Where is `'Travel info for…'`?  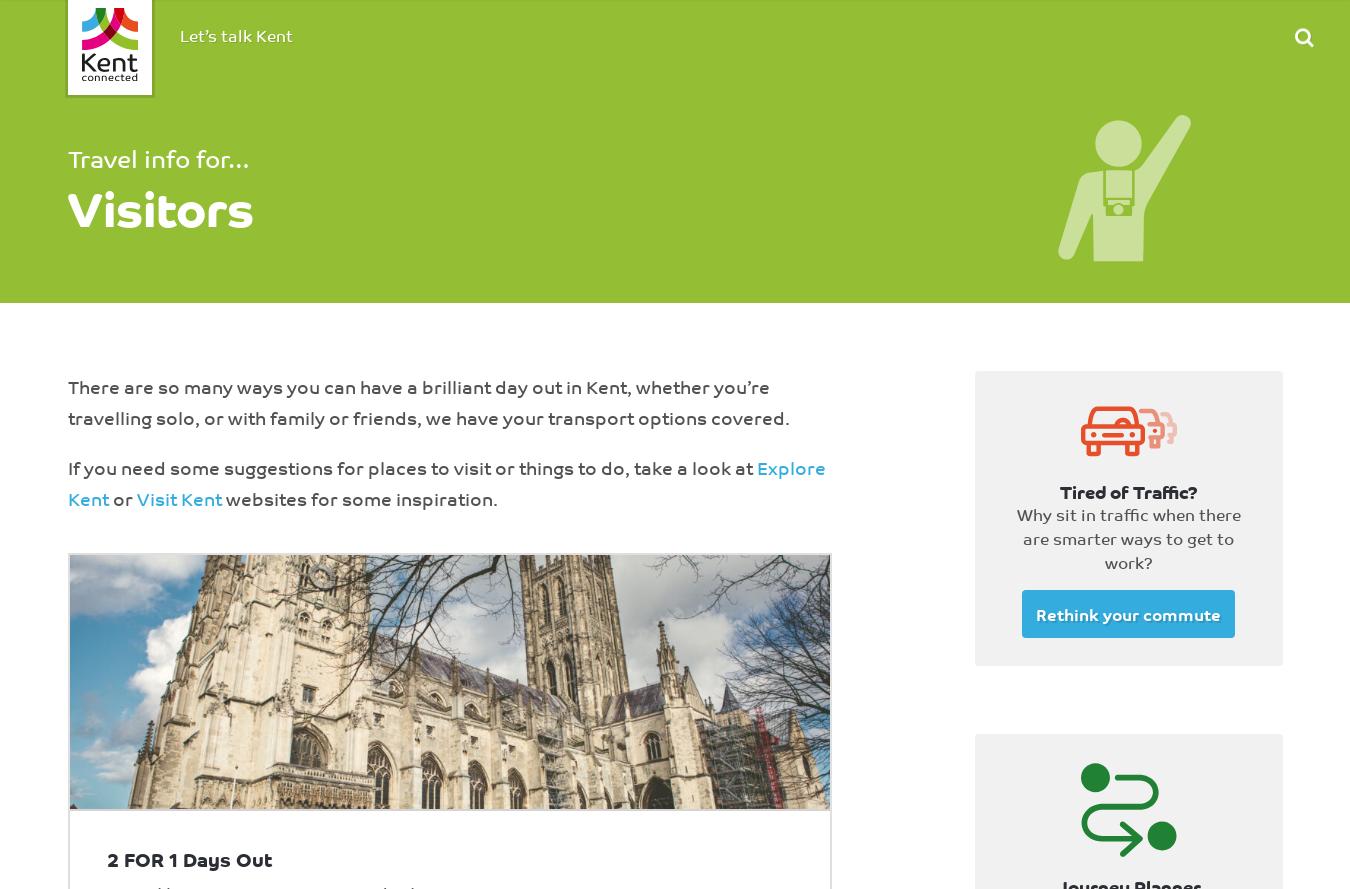 'Travel info for…' is located at coordinates (65, 156).